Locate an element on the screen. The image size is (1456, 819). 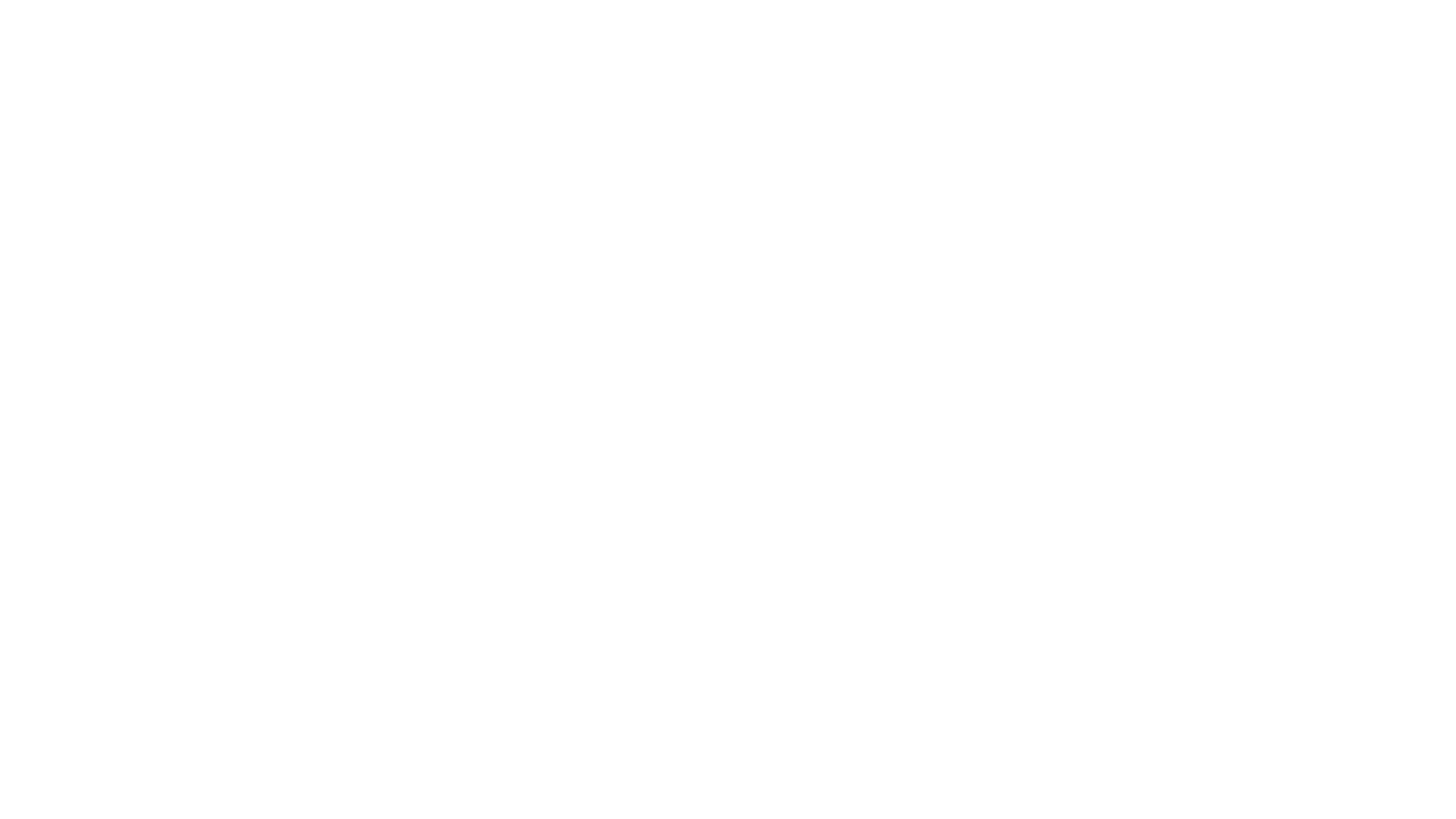
Back is located at coordinates (30, 788).